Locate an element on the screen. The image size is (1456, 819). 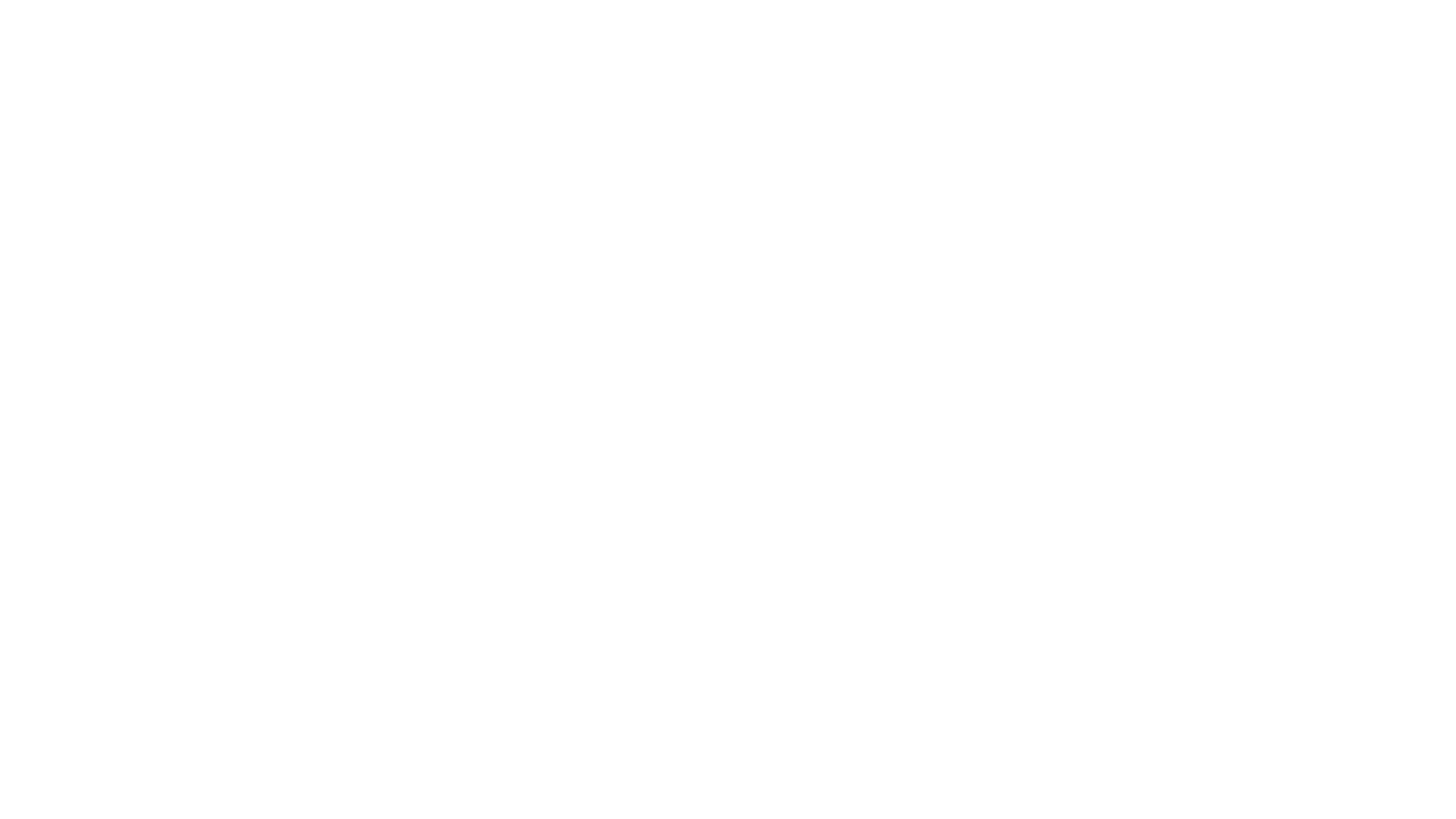
Back is located at coordinates (30, 788).